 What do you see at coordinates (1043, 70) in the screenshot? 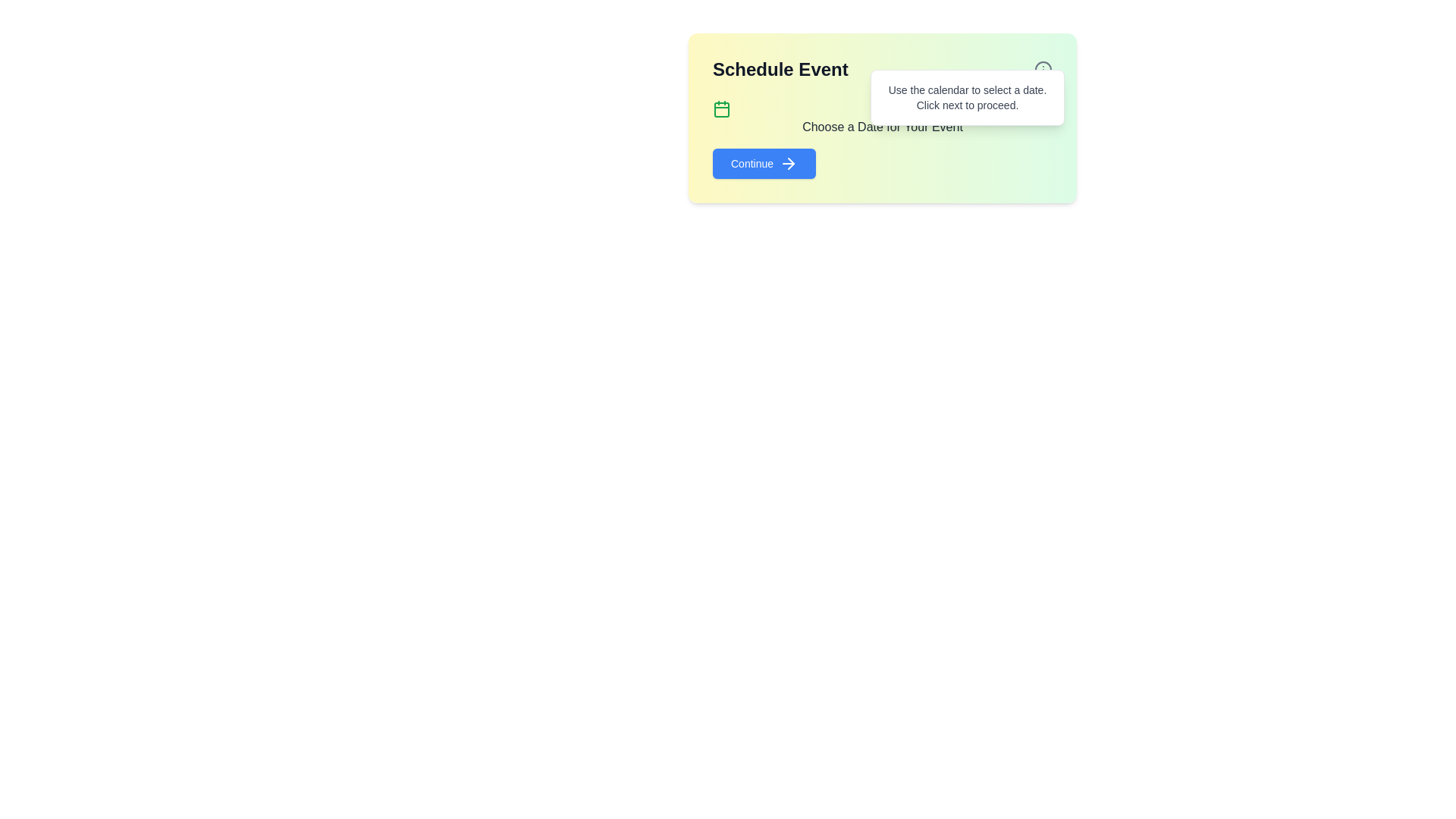
I see `circular graphic element within the tooltip of the 'Schedule Event' card, located in the top-right corner, by clicking on it` at bounding box center [1043, 70].